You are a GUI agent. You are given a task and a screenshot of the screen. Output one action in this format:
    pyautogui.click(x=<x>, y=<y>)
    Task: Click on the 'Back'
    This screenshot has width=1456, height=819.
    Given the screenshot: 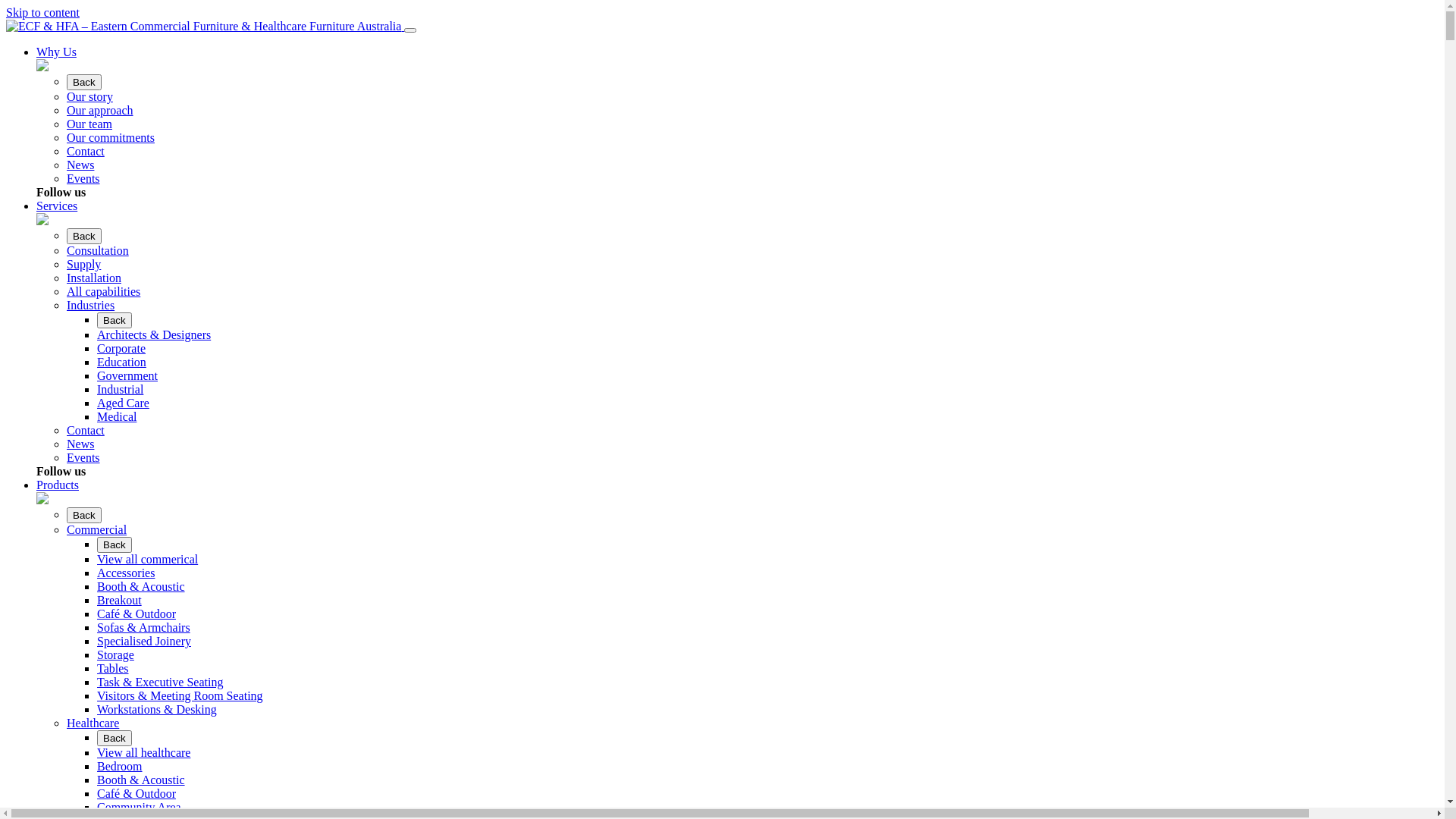 What is the action you would take?
    pyautogui.click(x=83, y=514)
    